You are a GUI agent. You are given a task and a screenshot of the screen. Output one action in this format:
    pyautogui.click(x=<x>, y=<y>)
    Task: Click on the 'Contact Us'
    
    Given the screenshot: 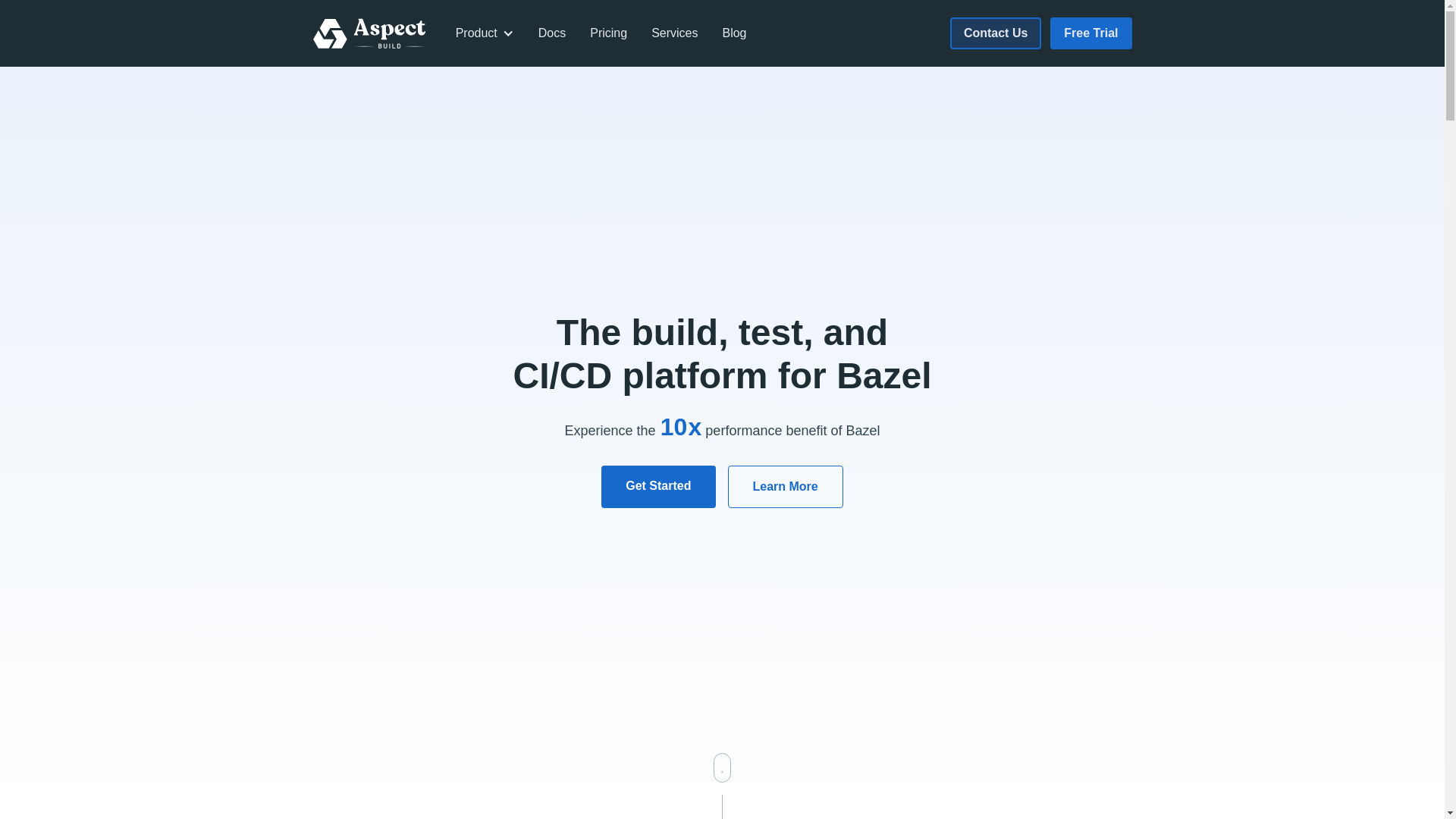 What is the action you would take?
    pyautogui.click(x=996, y=33)
    